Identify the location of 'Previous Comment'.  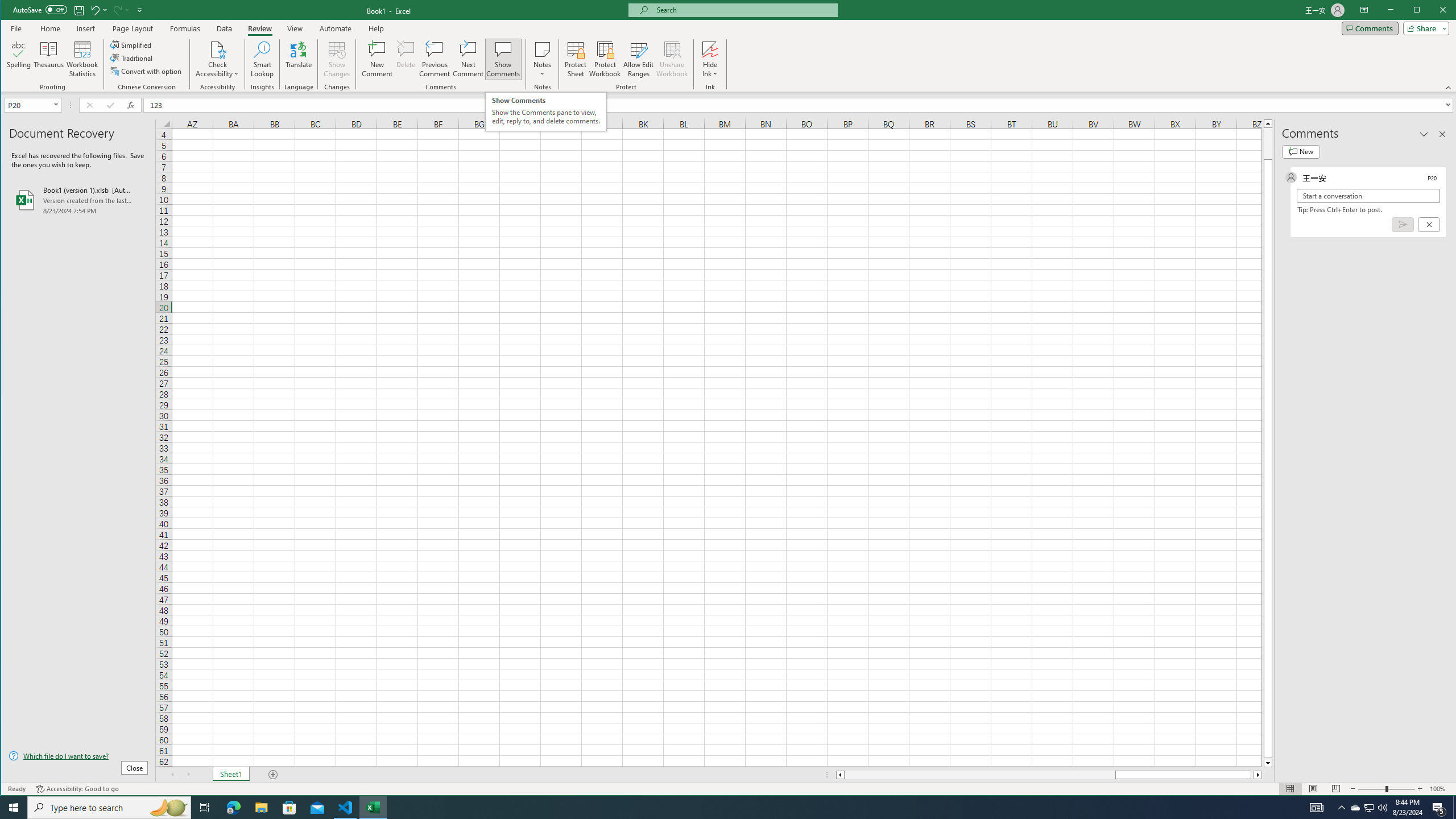
(434, 59).